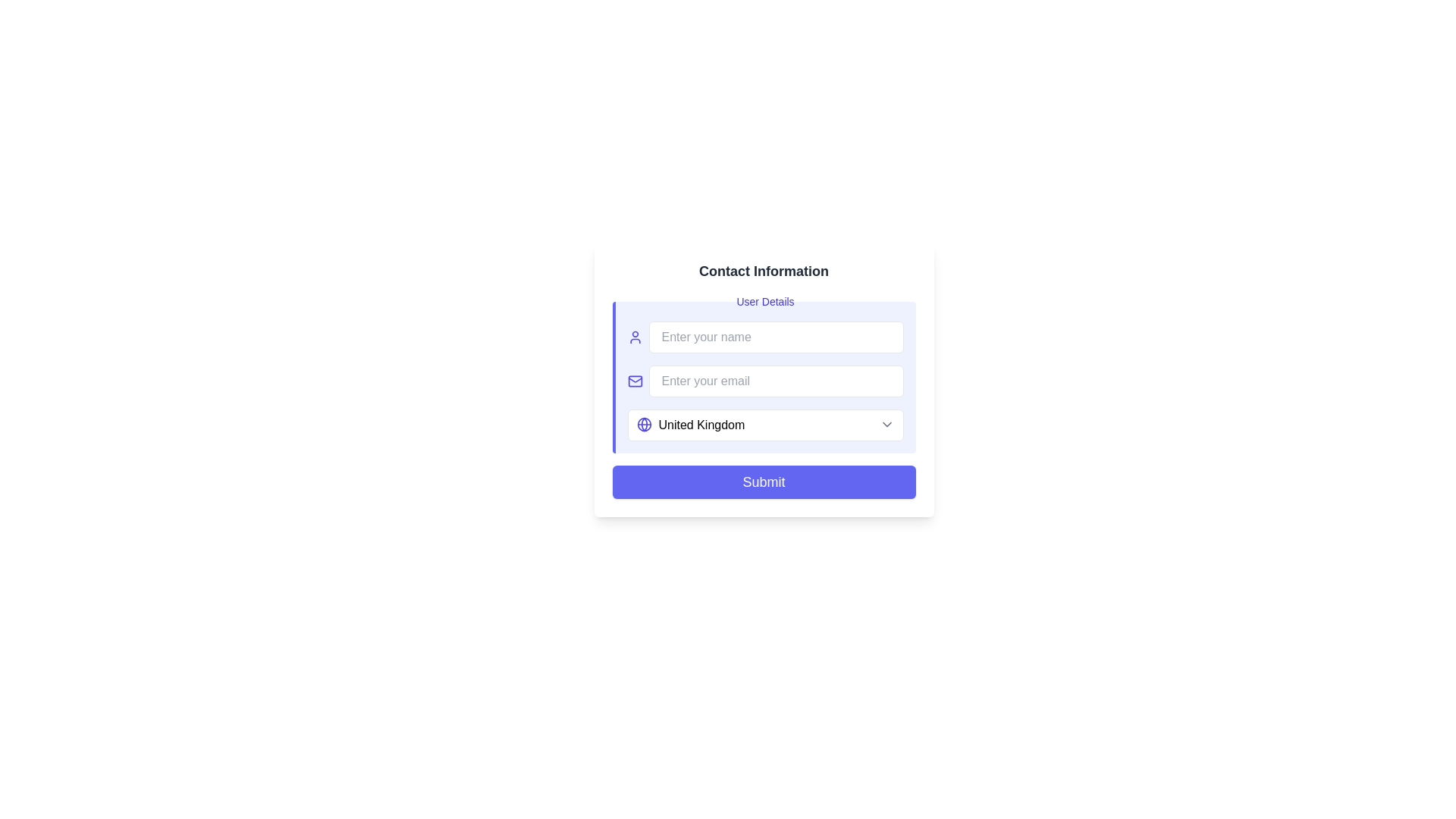 The width and height of the screenshot is (1456, 819). I want to click on the design of the inner central circle of the globe icon located on the left-hand side of the form, adjacent to the 'Enter your name' input field, so click(644, 424).